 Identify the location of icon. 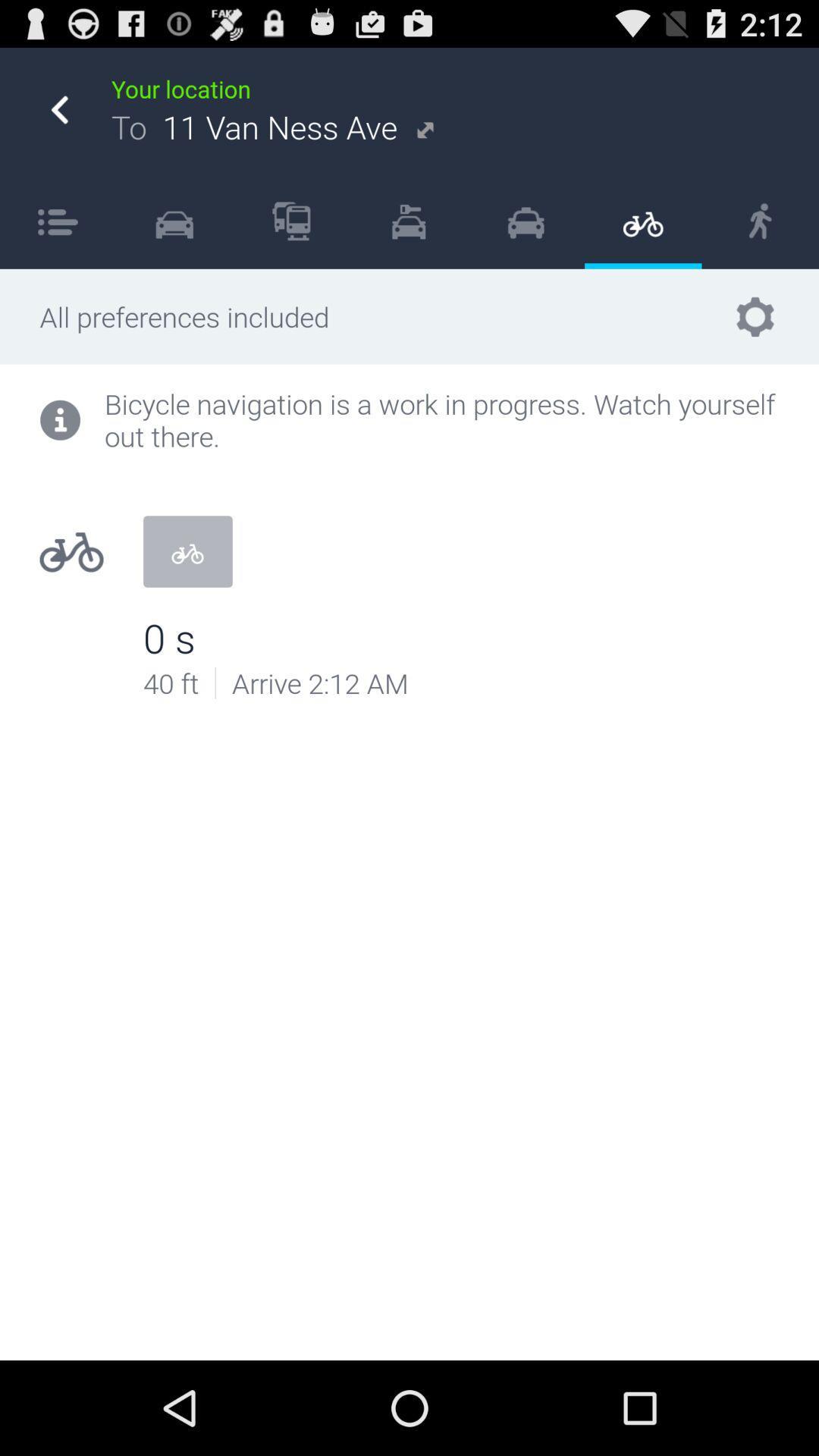
(57, 220).